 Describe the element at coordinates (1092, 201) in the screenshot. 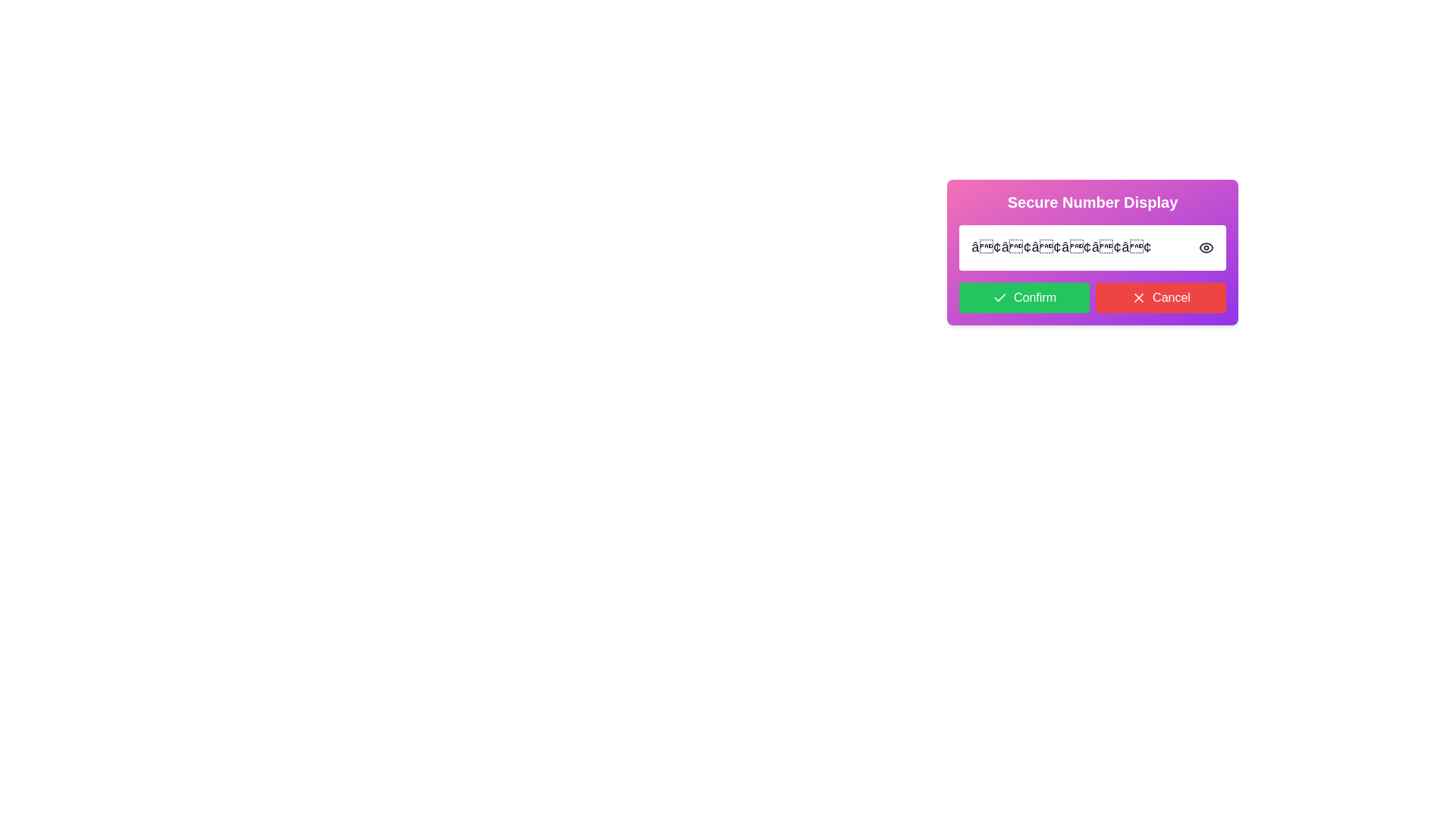

I see `the static text label that serves as an informational title for the card content, located at the top of the card above the masked input field and action buttons` at that location.